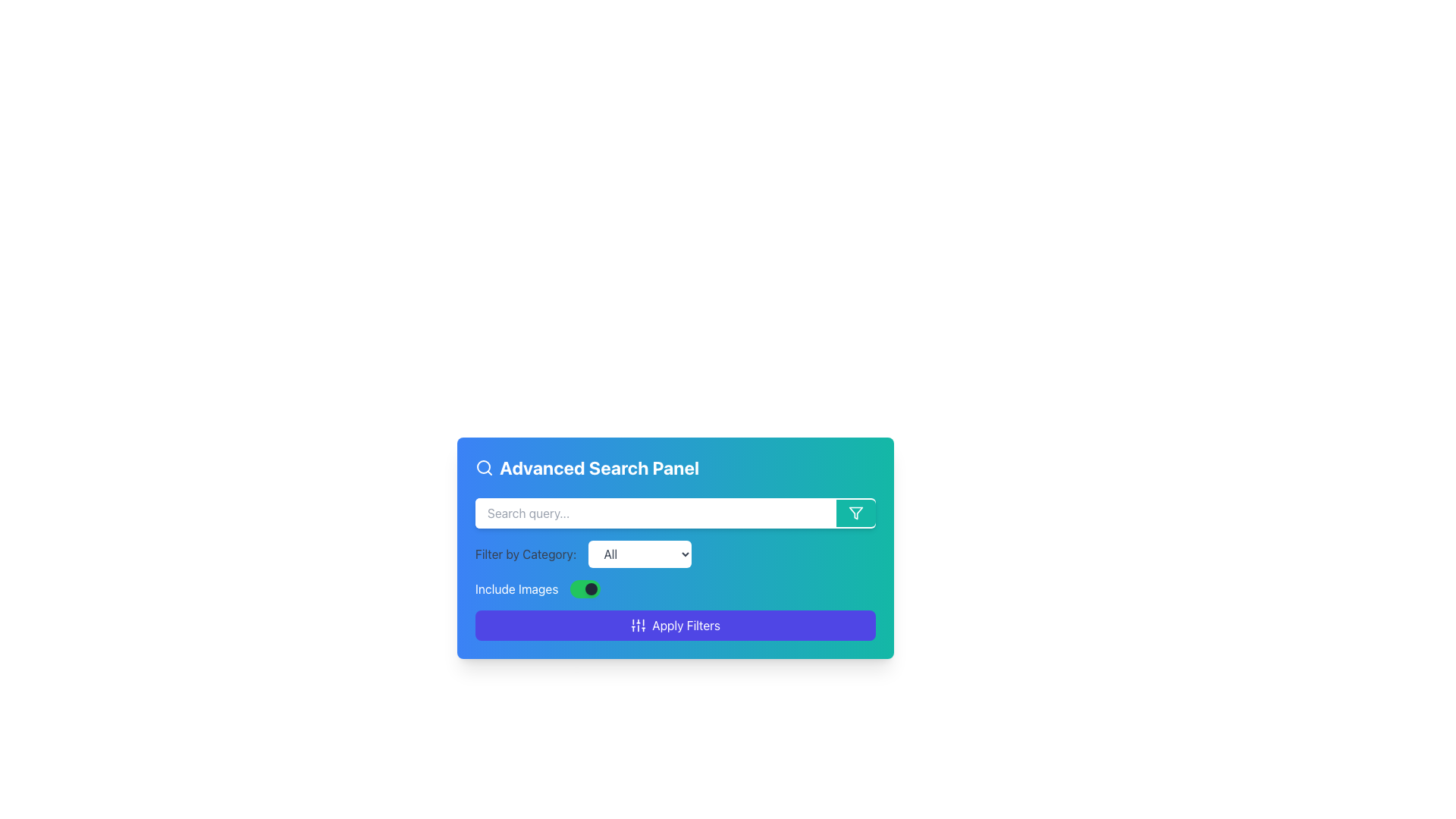  Describe the element at coordinates (855, 513) in the screenshot. I see `the filter icon located in the top right corner of the search input box in the Advanced Search Panel` at that location.